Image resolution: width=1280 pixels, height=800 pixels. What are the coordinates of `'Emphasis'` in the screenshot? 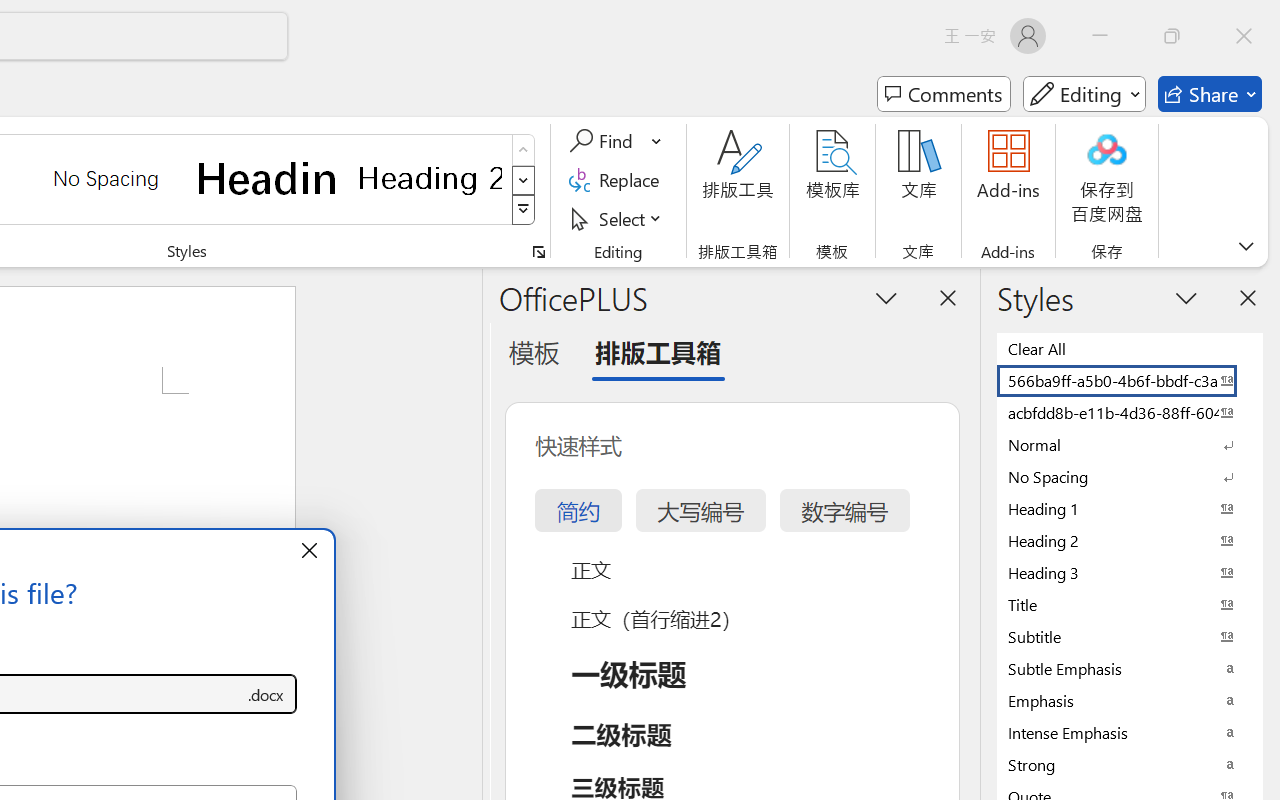 It's located at (1130, 700).